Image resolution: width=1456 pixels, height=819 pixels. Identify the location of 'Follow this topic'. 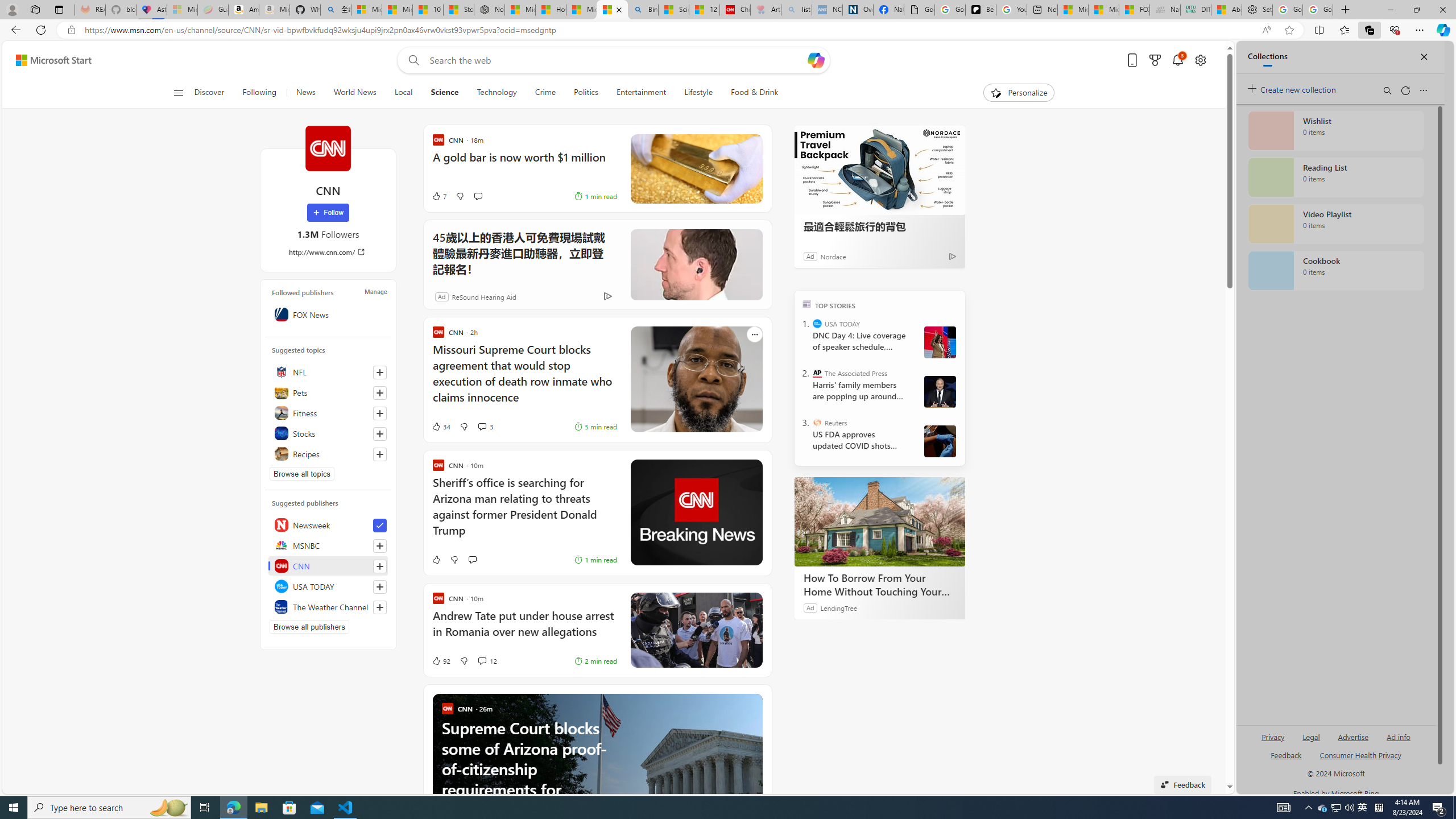
(380, 454).